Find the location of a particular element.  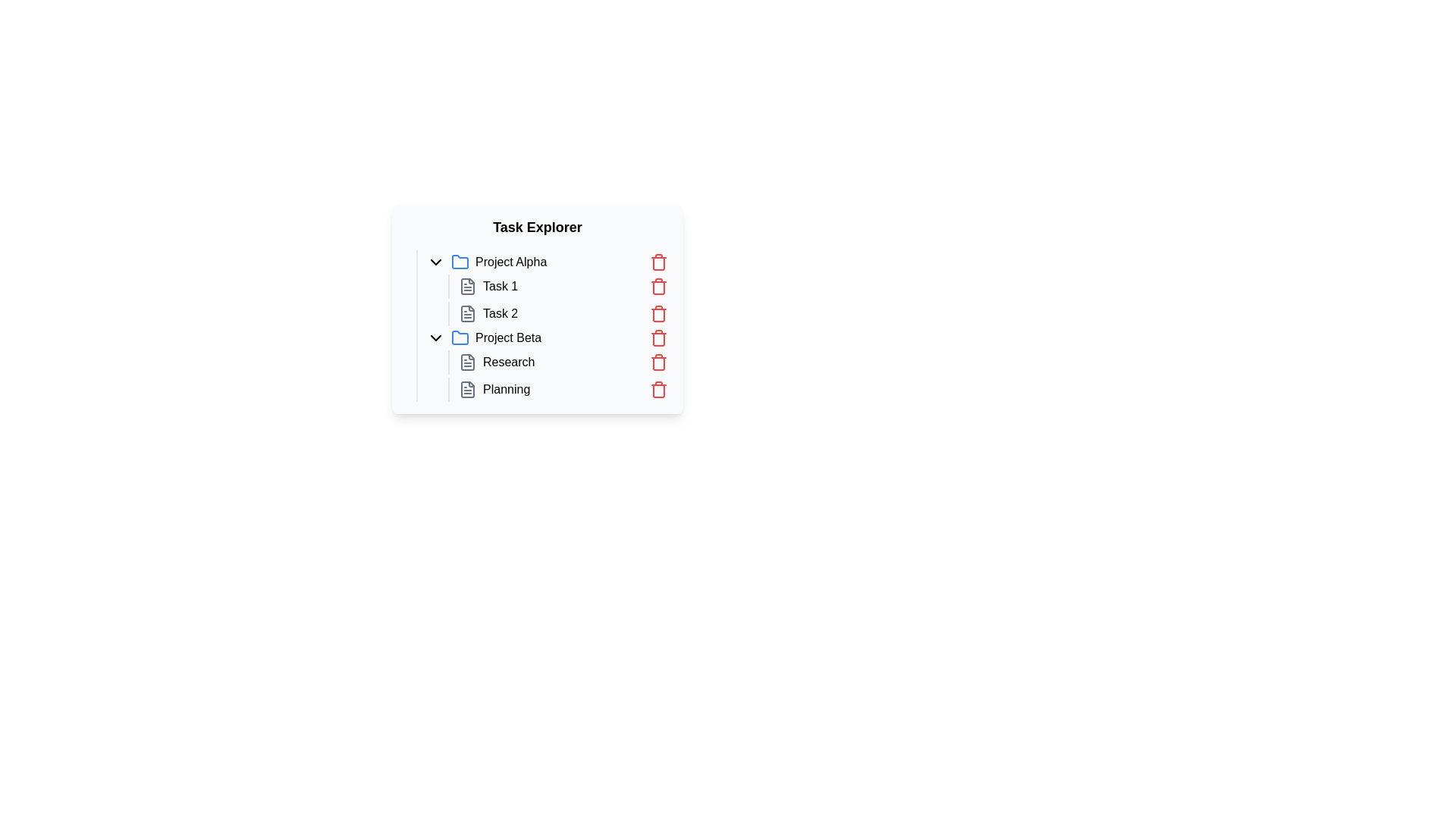

the delete icon button located at the end of the 'Research' row under 'Project Beta' is located at coordinates (658, 362).